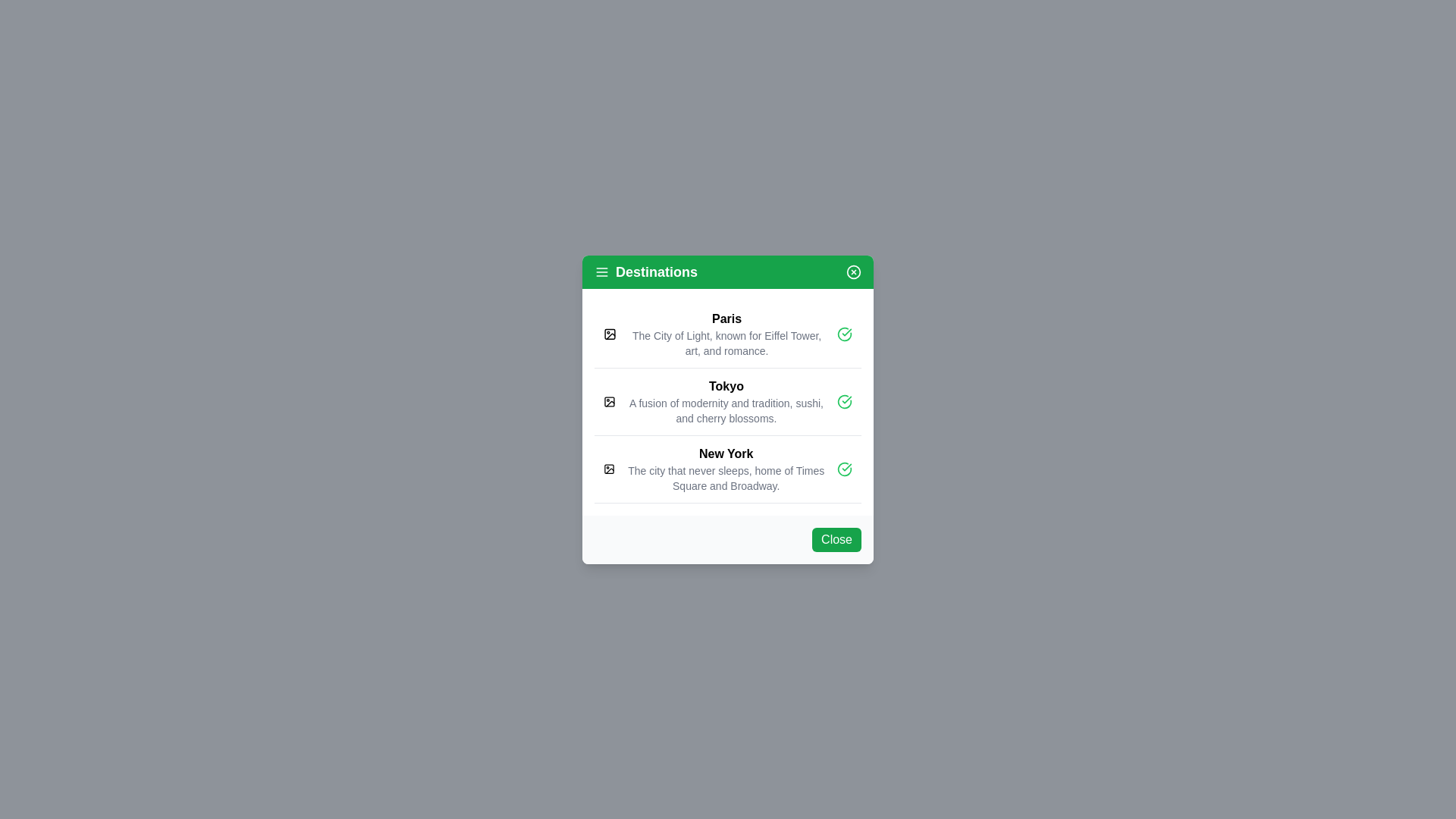  What do you see at coordinates (854, 271) in the screenshot?
I see `the circular 'X' icon button located at the top-right corner of the green header labeled 'Destinations'` at bounding box center [854, 271].